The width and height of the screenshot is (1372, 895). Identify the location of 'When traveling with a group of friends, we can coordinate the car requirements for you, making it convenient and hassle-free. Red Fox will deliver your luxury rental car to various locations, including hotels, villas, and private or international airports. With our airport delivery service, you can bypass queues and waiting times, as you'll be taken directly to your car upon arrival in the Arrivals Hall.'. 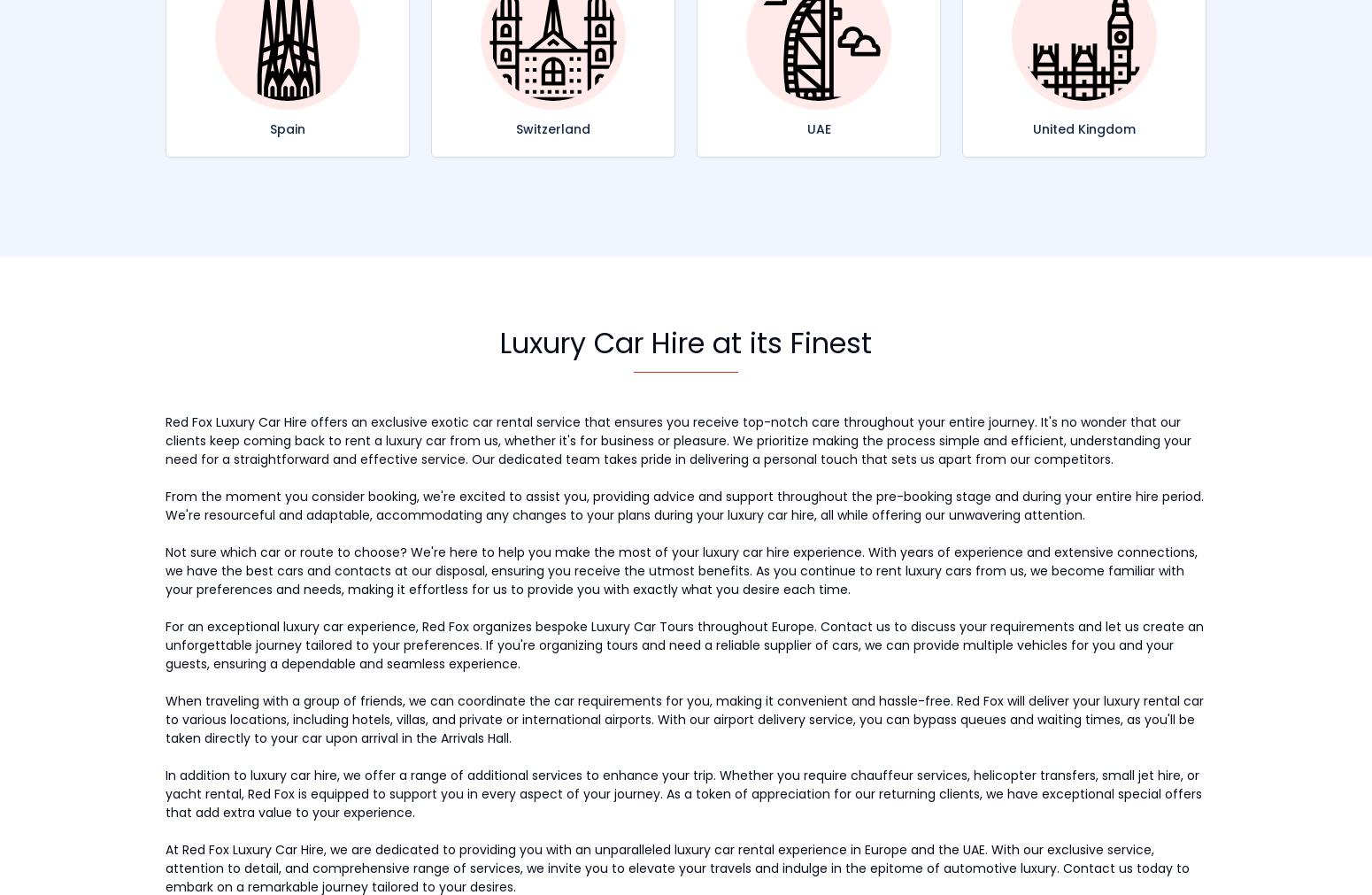
(684, 718).